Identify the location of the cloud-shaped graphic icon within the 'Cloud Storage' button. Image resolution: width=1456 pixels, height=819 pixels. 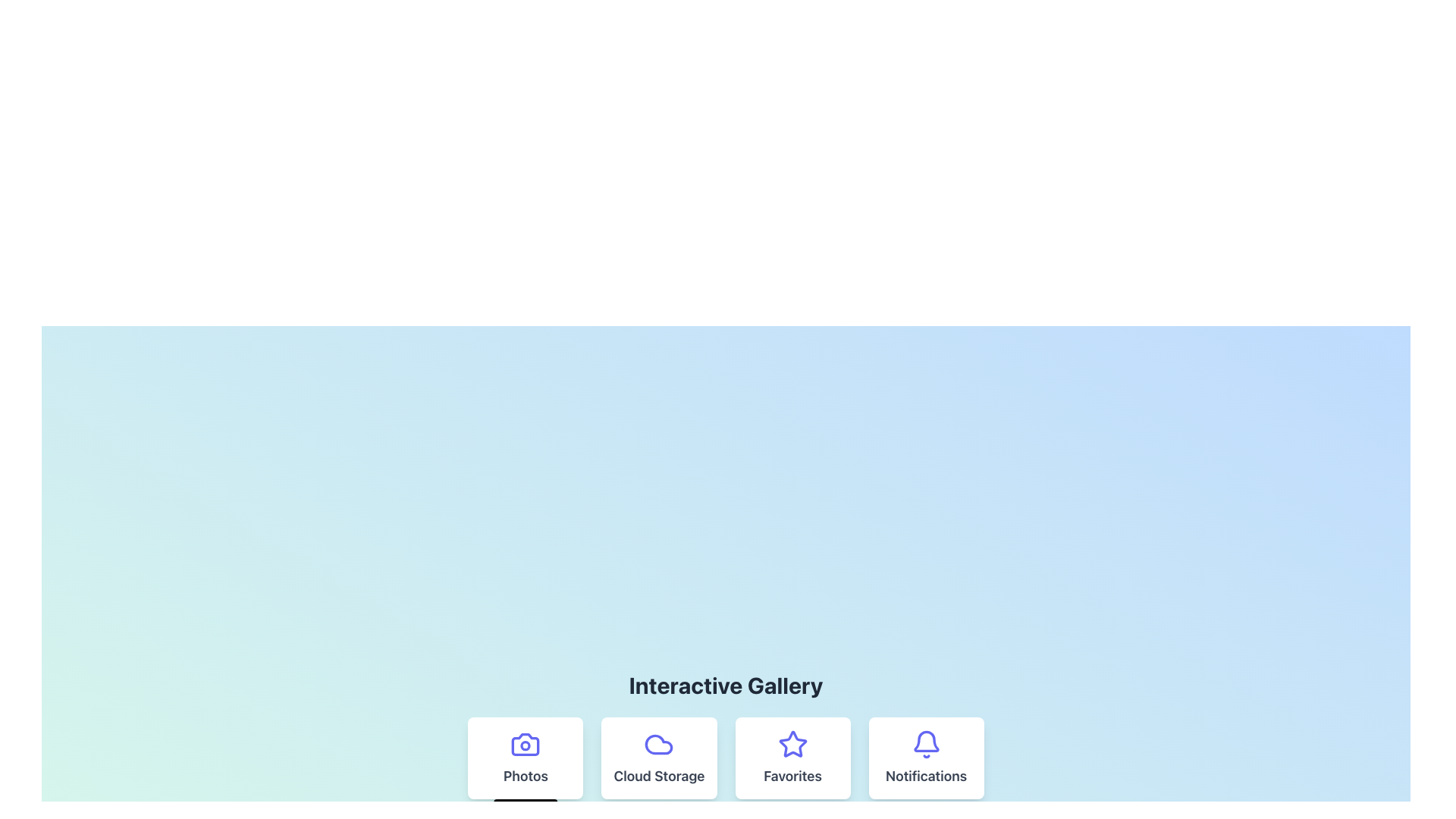
(659, 744).